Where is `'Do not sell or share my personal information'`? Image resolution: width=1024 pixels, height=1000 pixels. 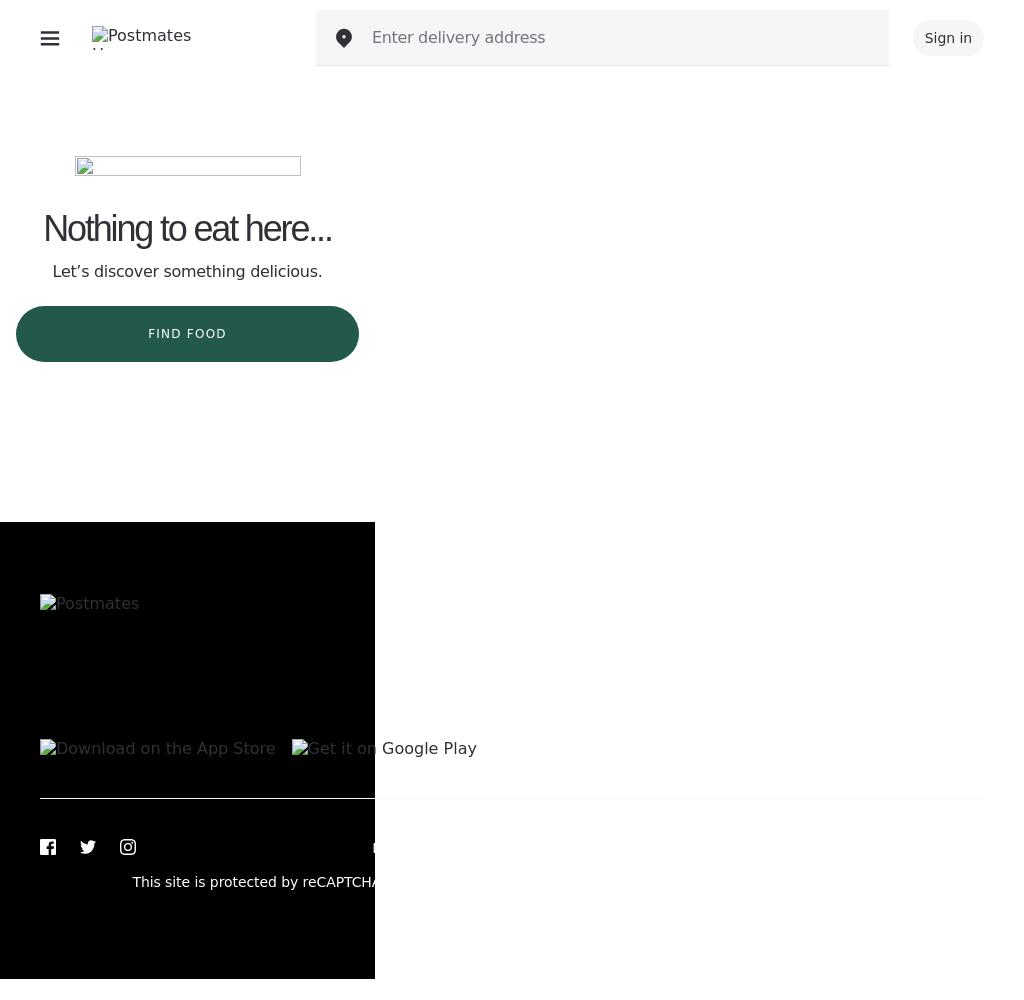 'Do not sell or share my personal information' is located at coordinates (828, 847).